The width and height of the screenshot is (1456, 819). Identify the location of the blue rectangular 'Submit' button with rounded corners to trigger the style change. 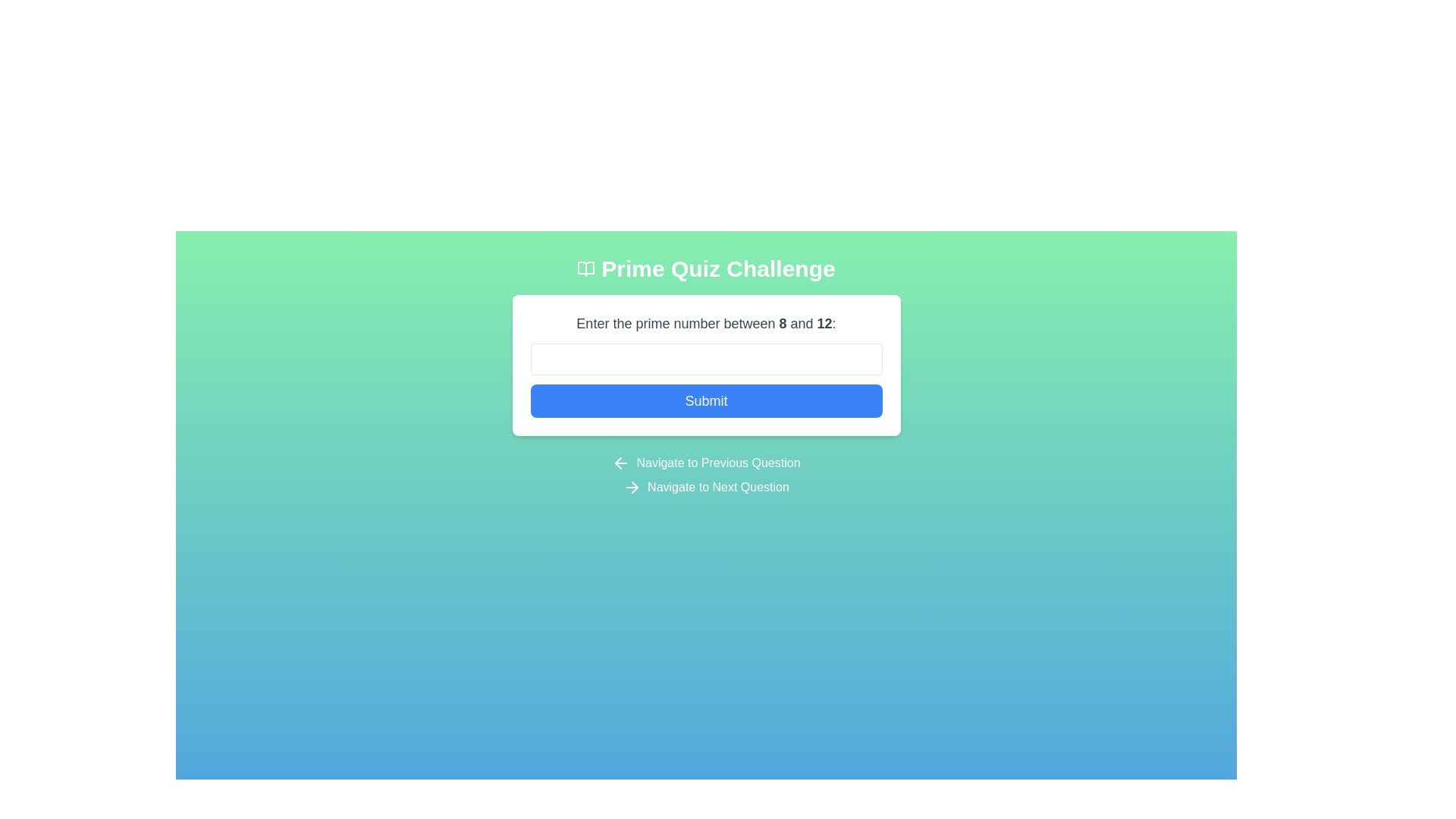
(705, 400).